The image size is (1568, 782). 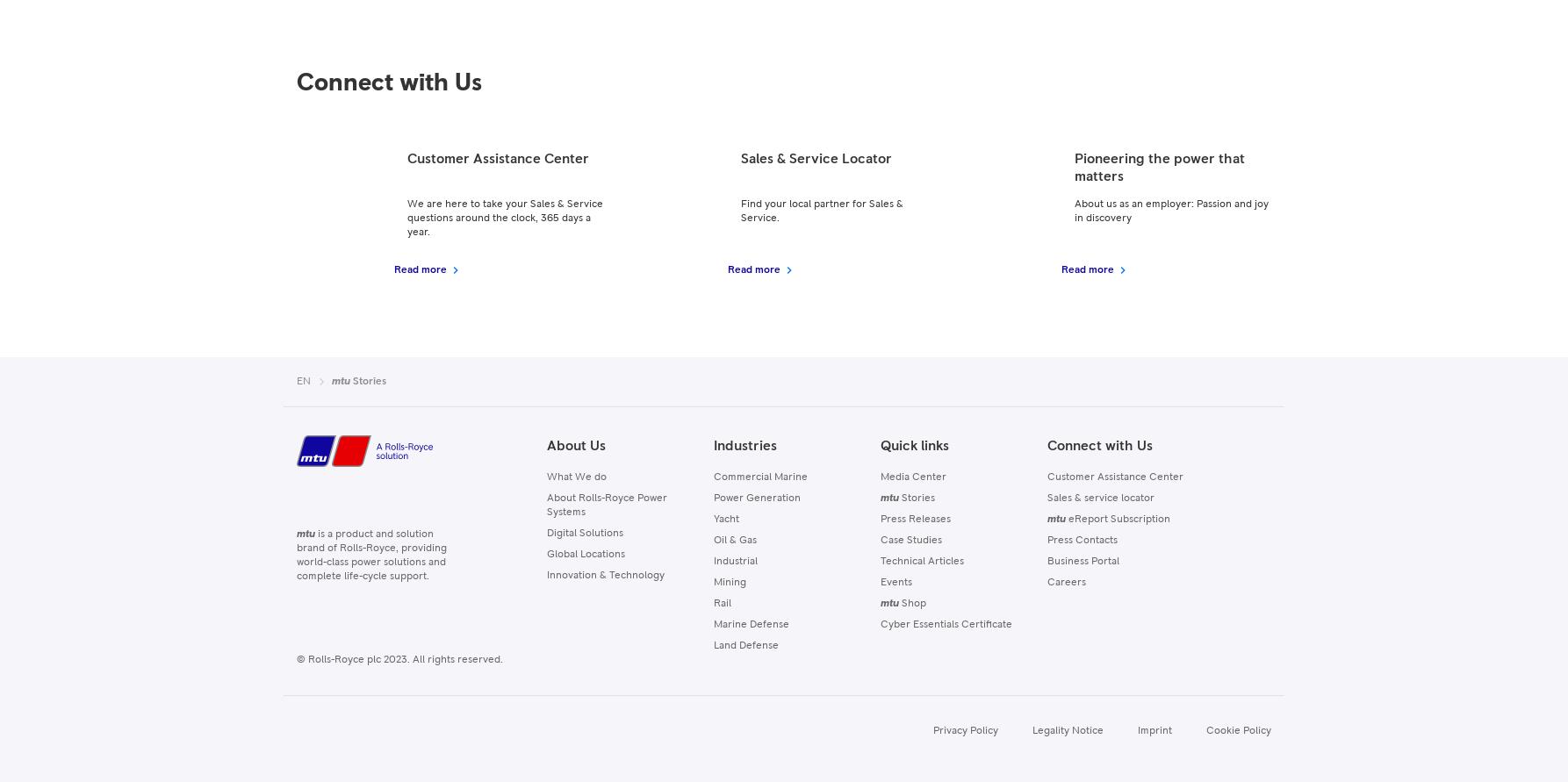 What do you see at coordinates (749, 623) in the screenshot?
I see `'Marine Defense'` at bounding box center [749, 623].